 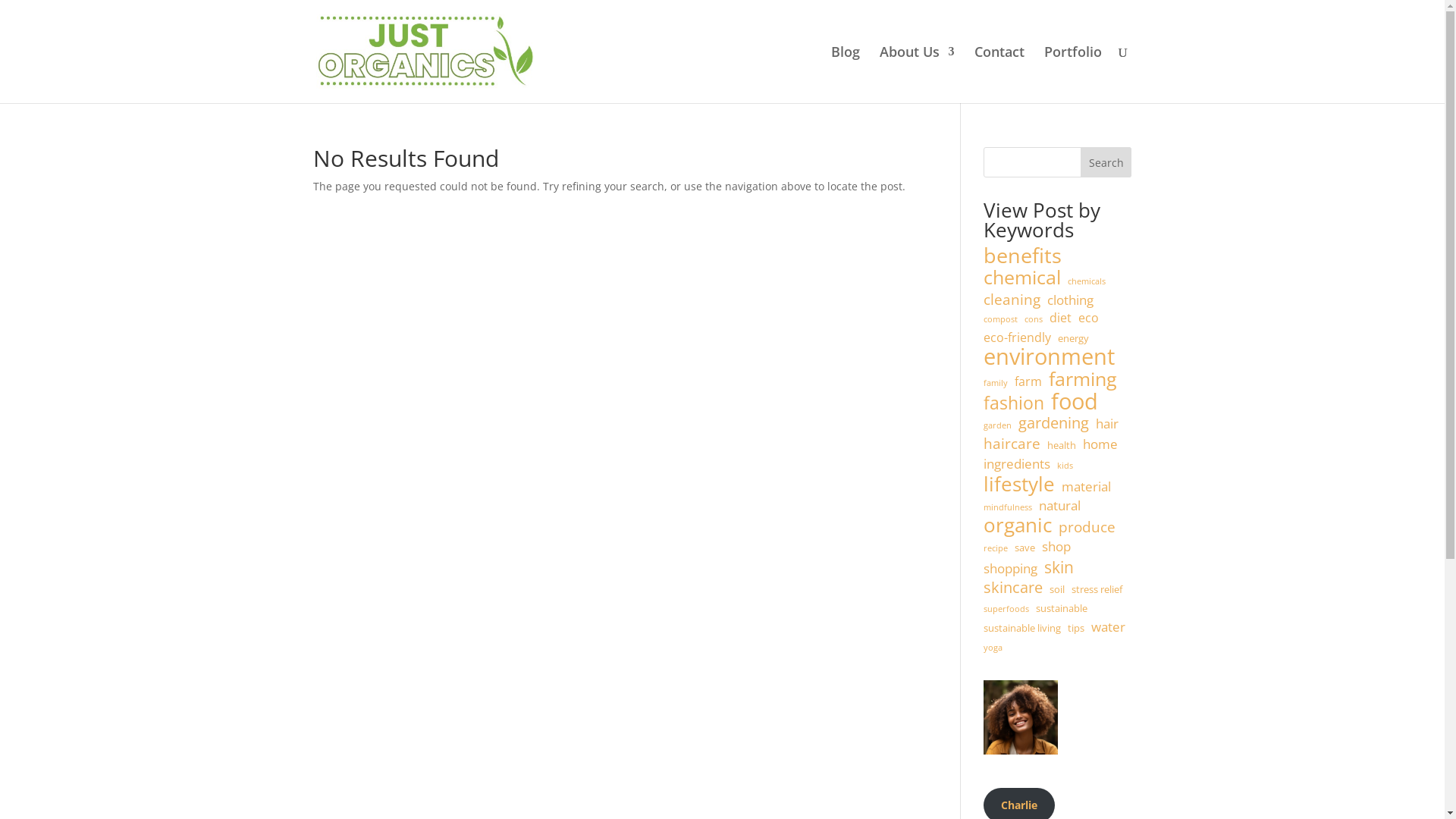 I want to click on 'ingredients', so click(x=1016, y=463).